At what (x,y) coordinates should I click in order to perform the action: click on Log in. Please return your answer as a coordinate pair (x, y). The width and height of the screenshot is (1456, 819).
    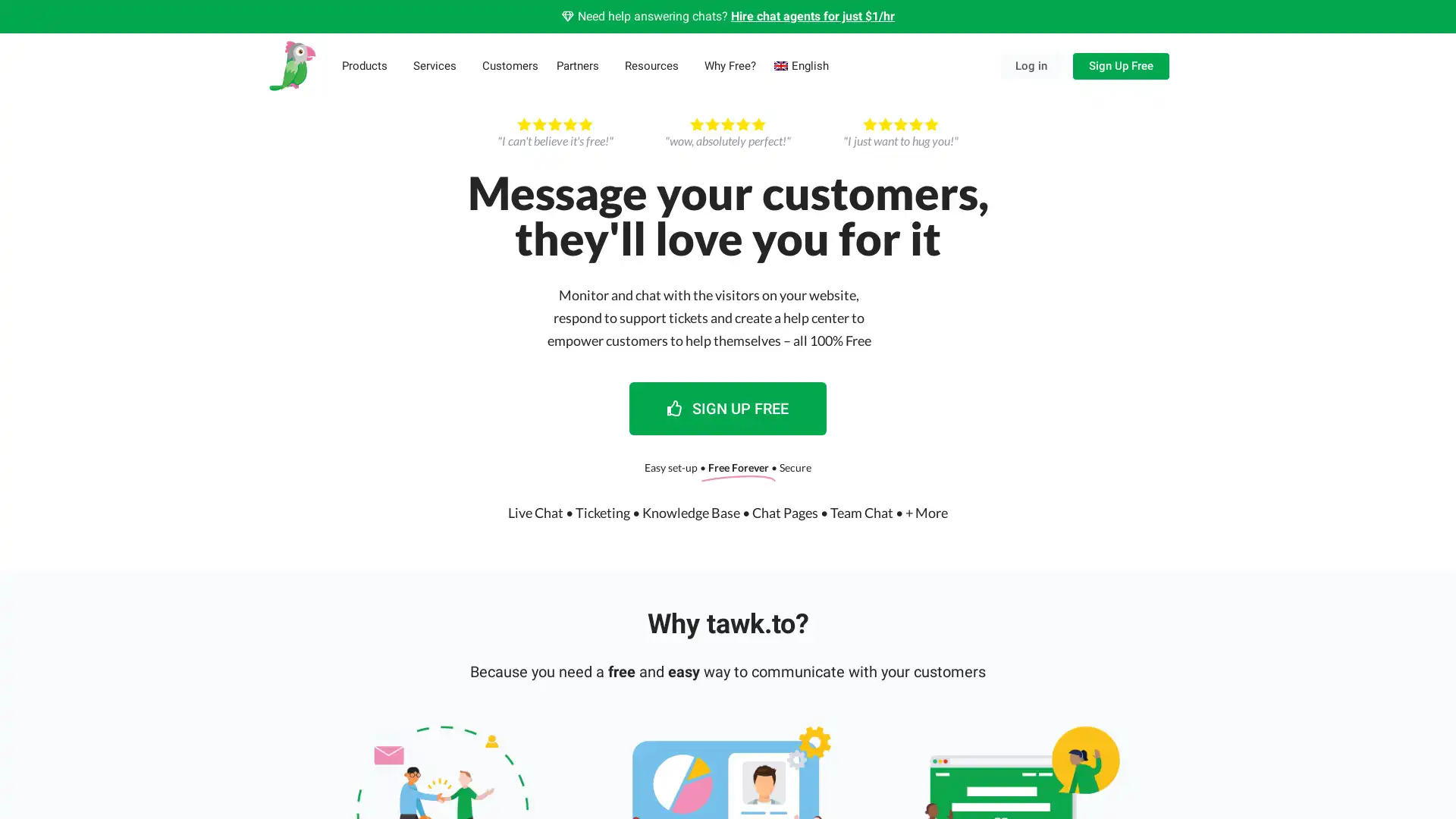
    Looking at the image, I should click on (1031, 64).